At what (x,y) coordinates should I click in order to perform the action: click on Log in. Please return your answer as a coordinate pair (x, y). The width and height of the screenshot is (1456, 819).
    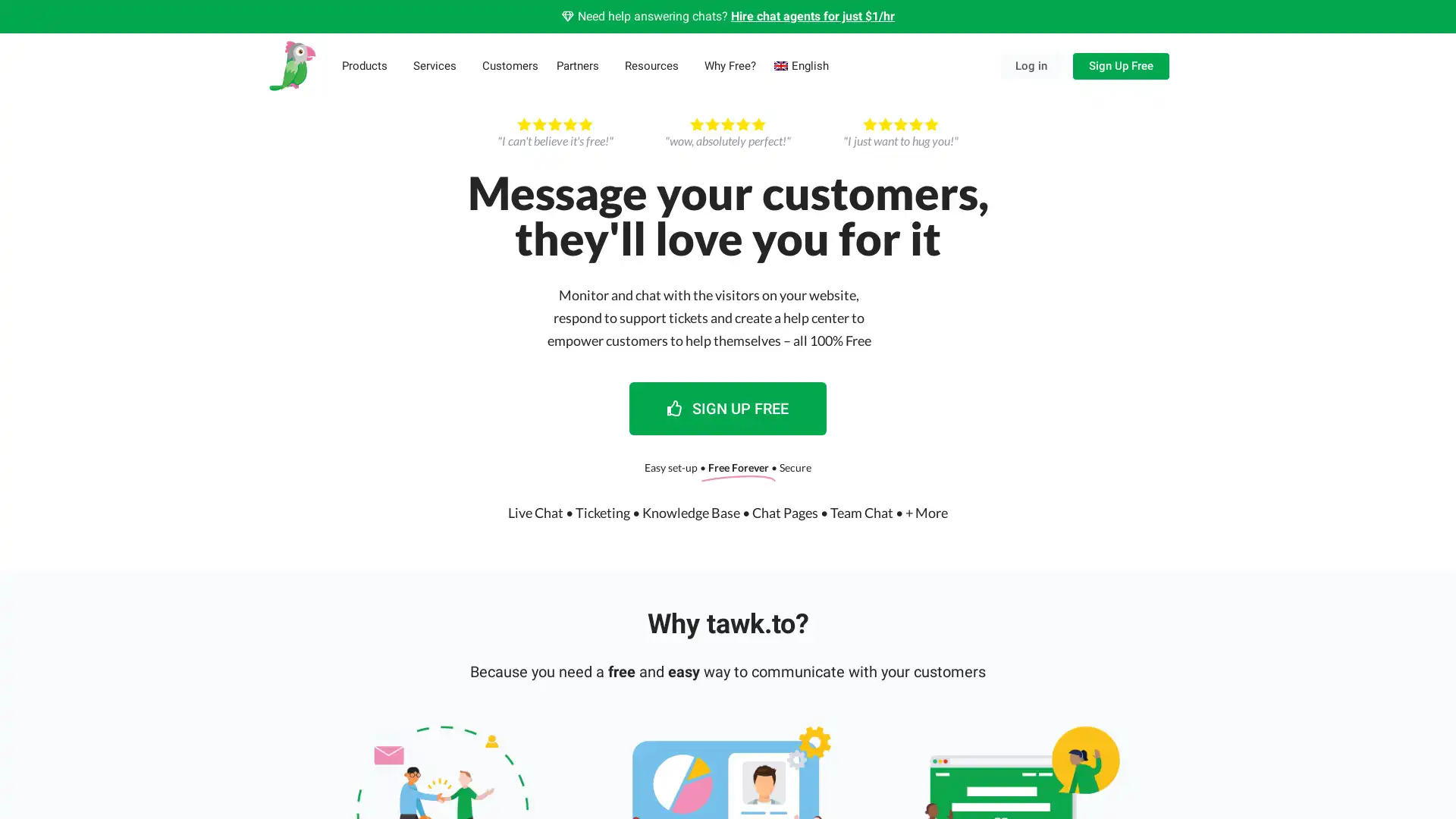
    Looking at the image, I should click on (1031, 64).